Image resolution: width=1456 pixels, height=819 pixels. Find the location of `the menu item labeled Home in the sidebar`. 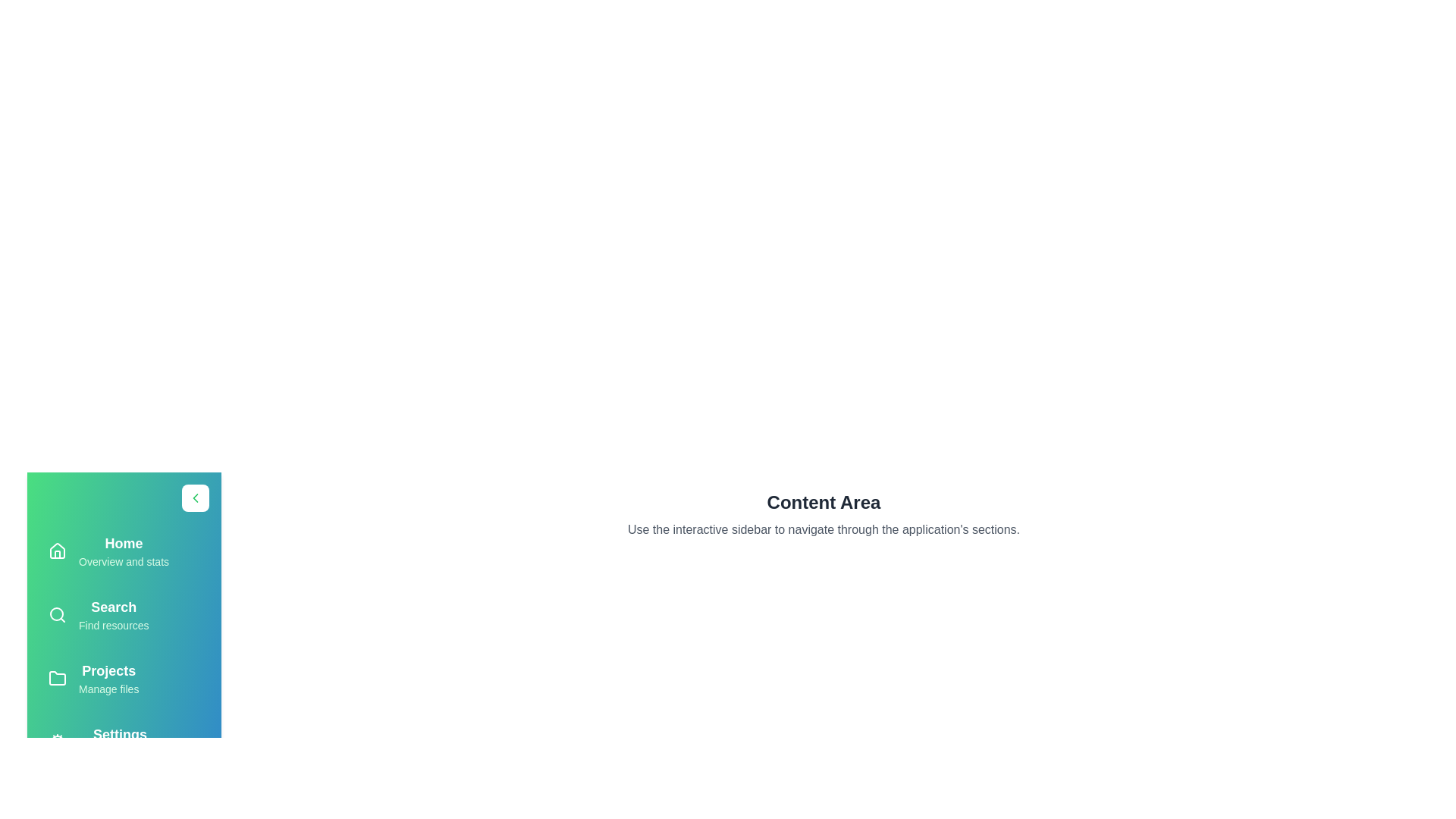

the menu item labeled Home in the sidebar is located at coordinates (124, 551).